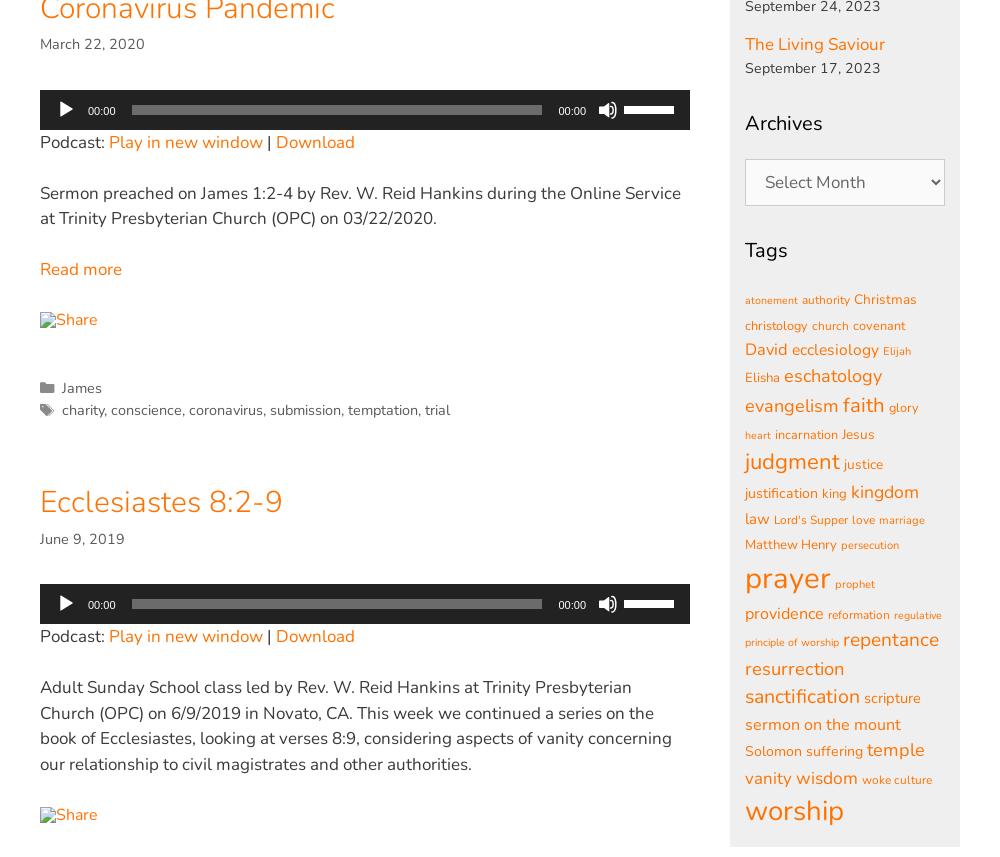 Image resolution: width=1000 pixels, height=857 pixels. Describe the element at coordinates (794, 666) in the screenshot. I see `'resurrection'` at that location.